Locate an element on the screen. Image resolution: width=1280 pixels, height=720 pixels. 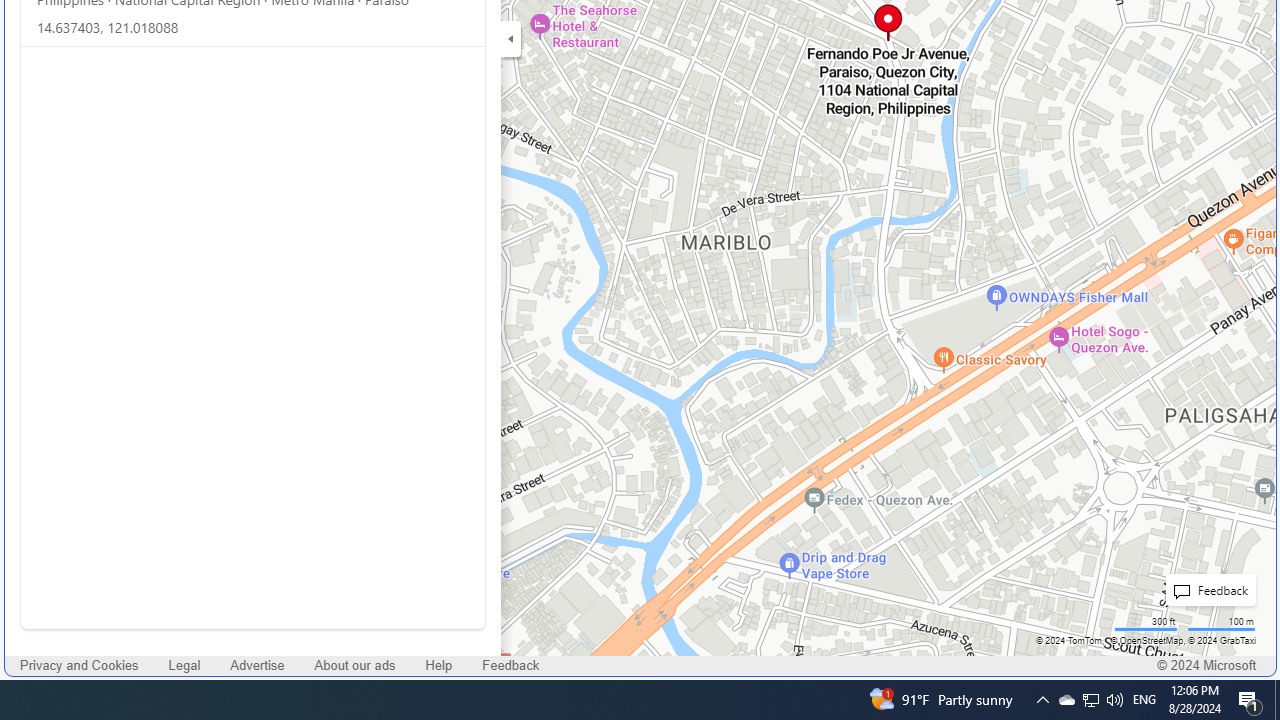
'About our ads' is located at coordinates (354, 665).